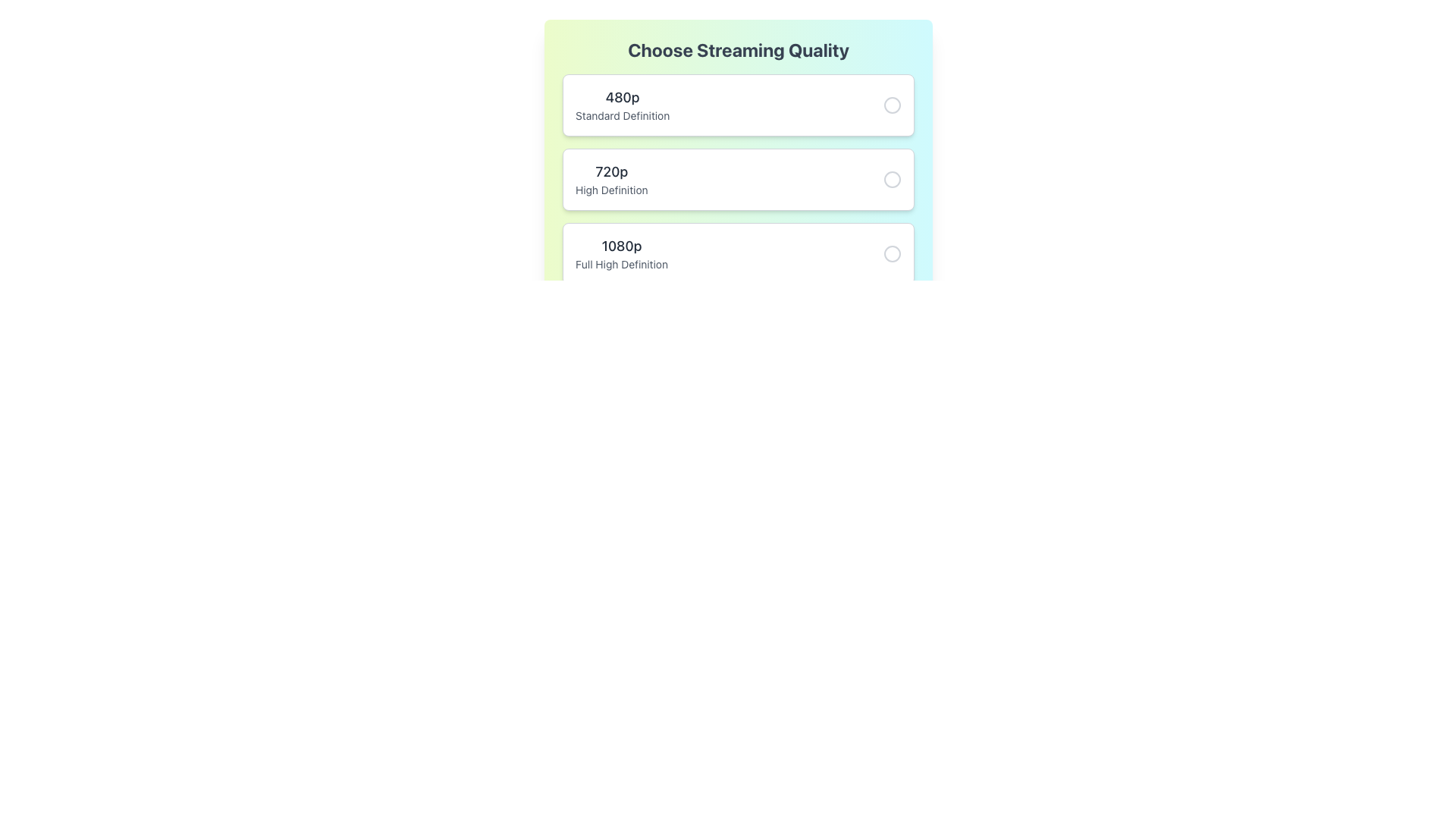 The width and height of the screenshot is (1456, 819). I want to click on text displayed in bold, large font at the top of the section that says 'Choose Streaming Quality', so click(739, 49).